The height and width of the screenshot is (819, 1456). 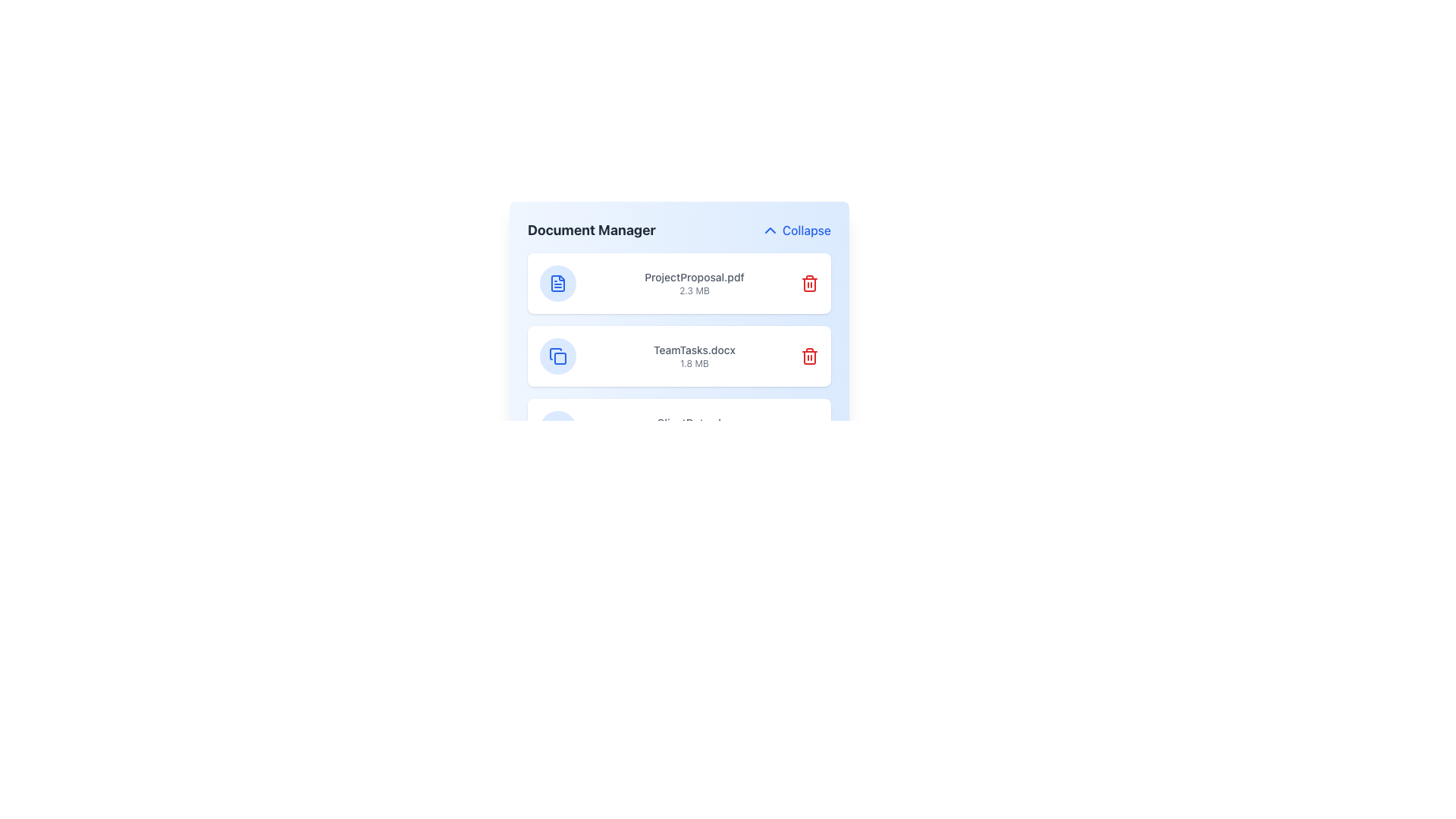 What do you see at coordinates (694, 291) in the screenshot?
I see `the text label displaying '2.3 MB' located below 'ProjectProposal.pdf' in the document manager interface` at bounding box center [694, 291].